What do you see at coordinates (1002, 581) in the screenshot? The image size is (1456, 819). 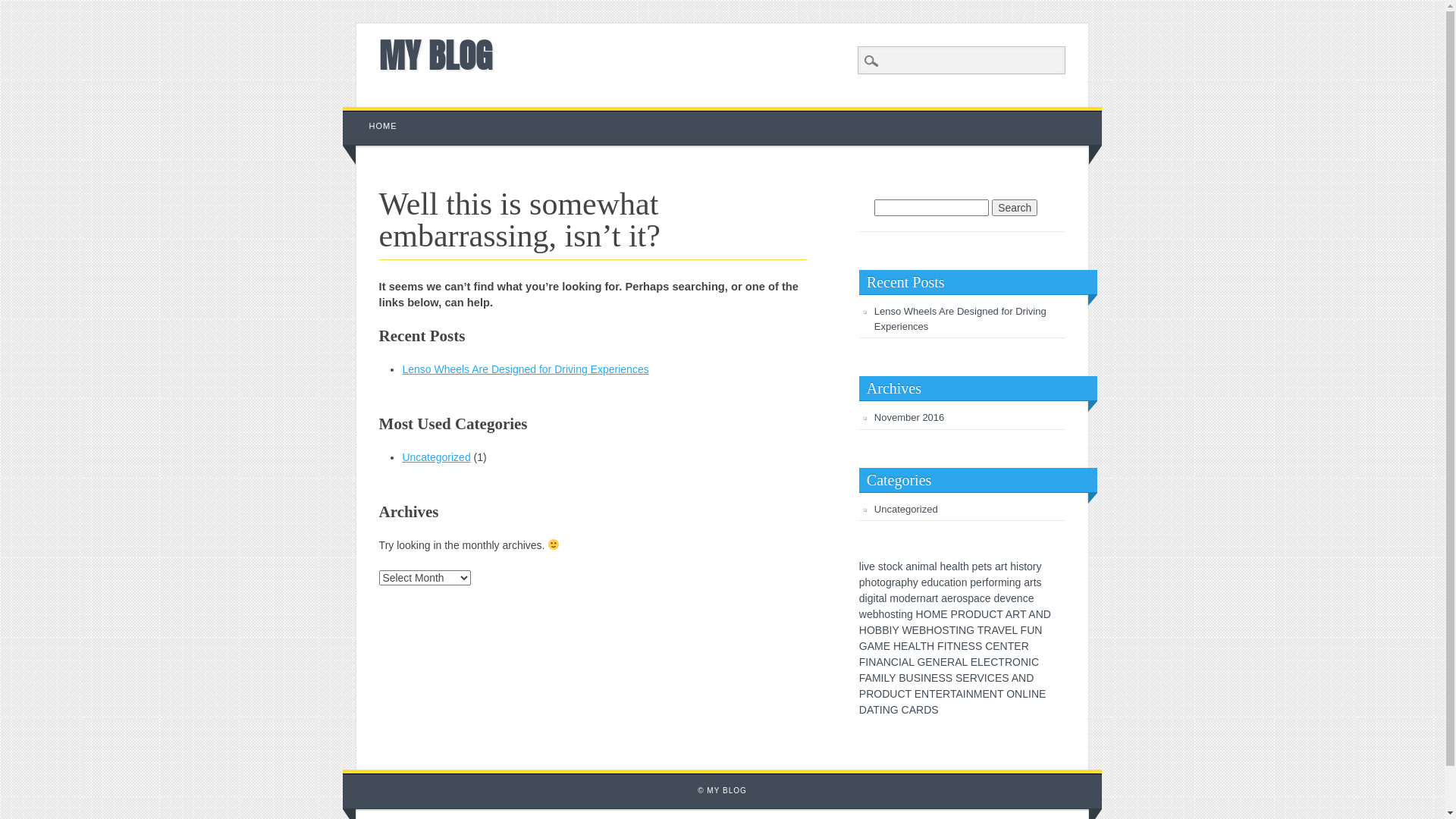 I see `'m'` at bounding box center [1002, 581].